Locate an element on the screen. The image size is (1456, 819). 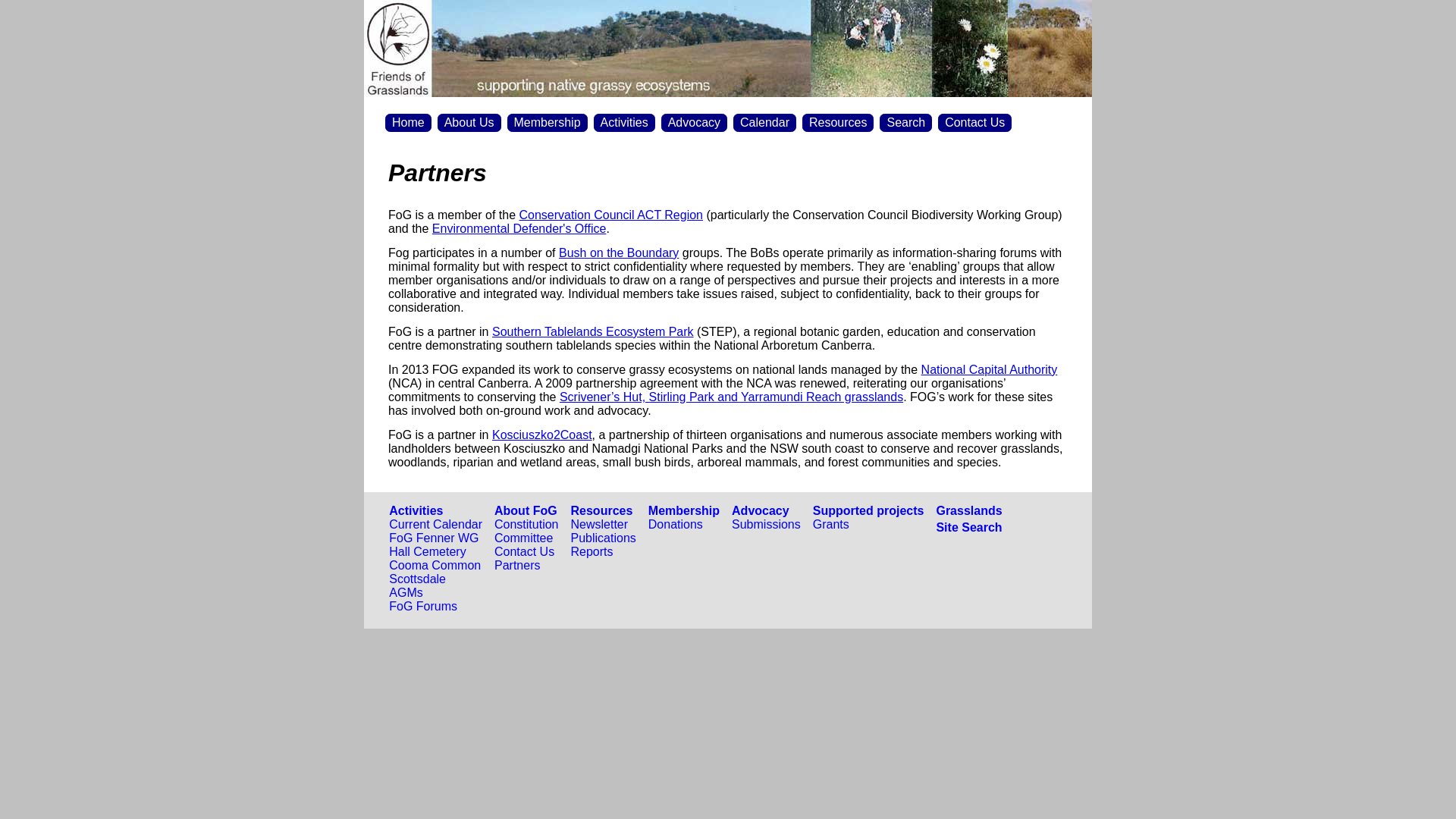
'Membership' is located at coordinates (546, 122).